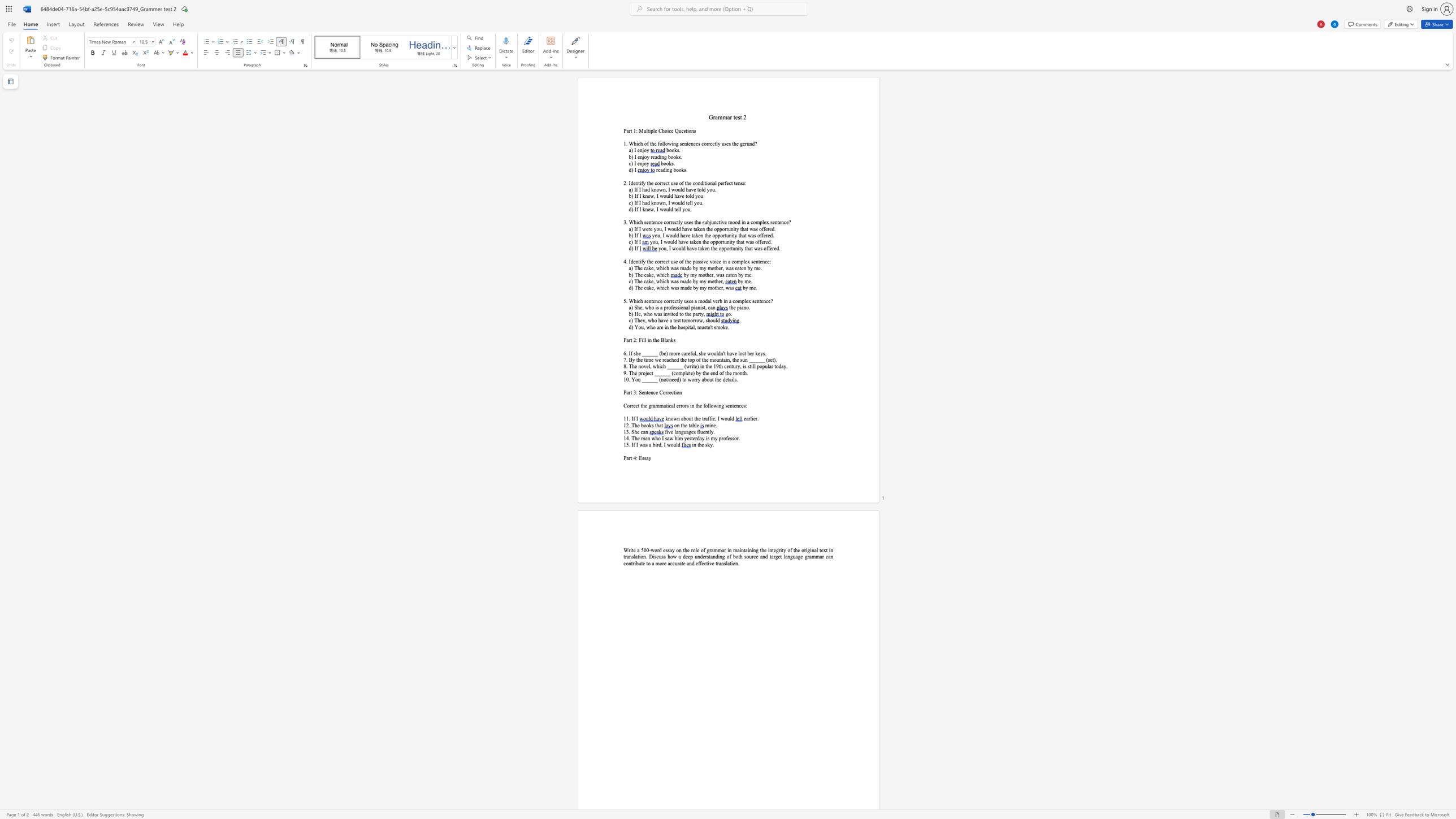 This screenshot has height=819, width=1456. I want to click on the space between the continuous character "n" and "s" in the text, so click(723, 563).